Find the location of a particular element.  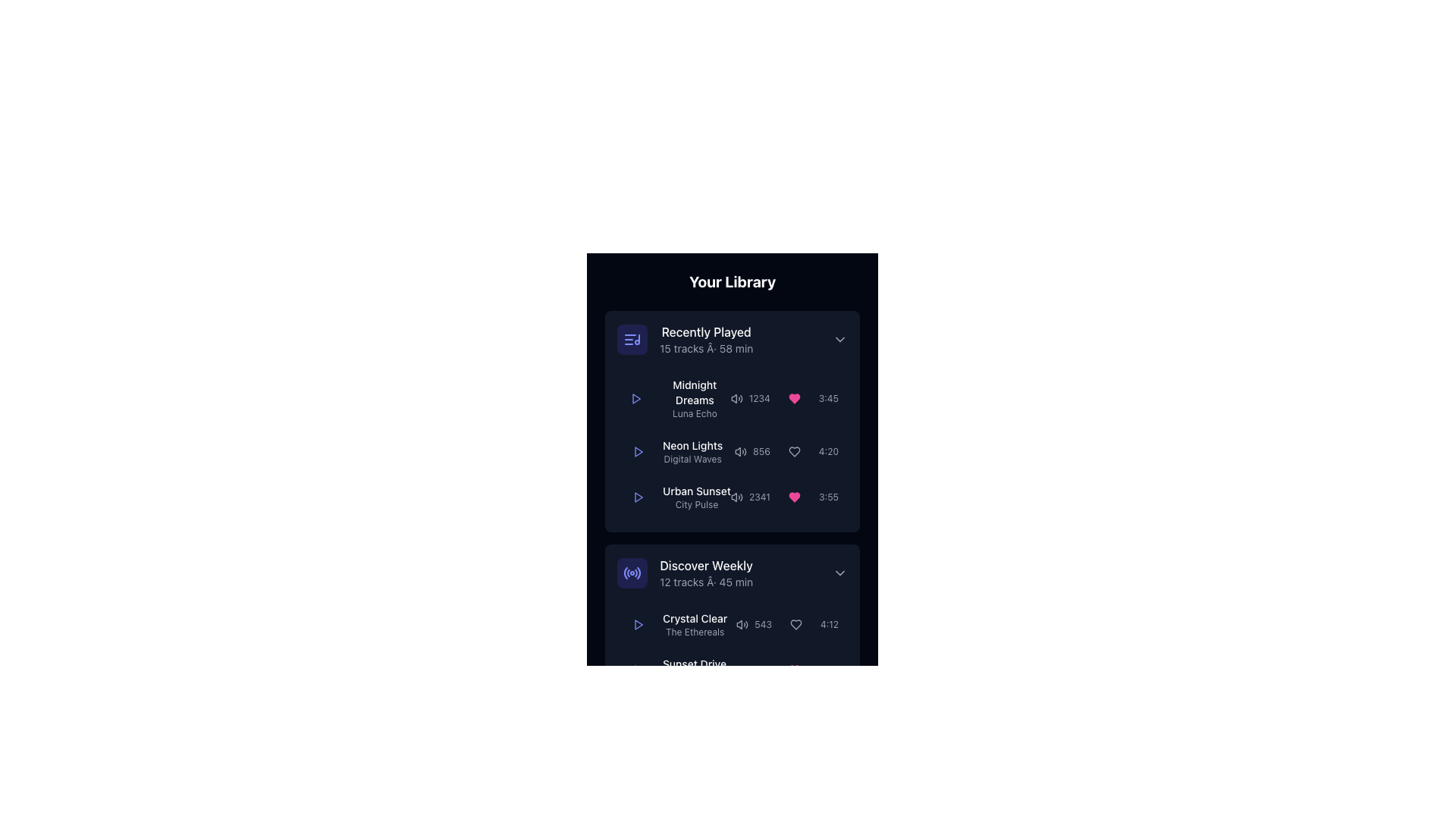

the Volume Icon located in the first row of the 'Recently Played' section, next to the numerical display '1234' and to the left of the heart-shaped icon is located at coordinates (736, 397).